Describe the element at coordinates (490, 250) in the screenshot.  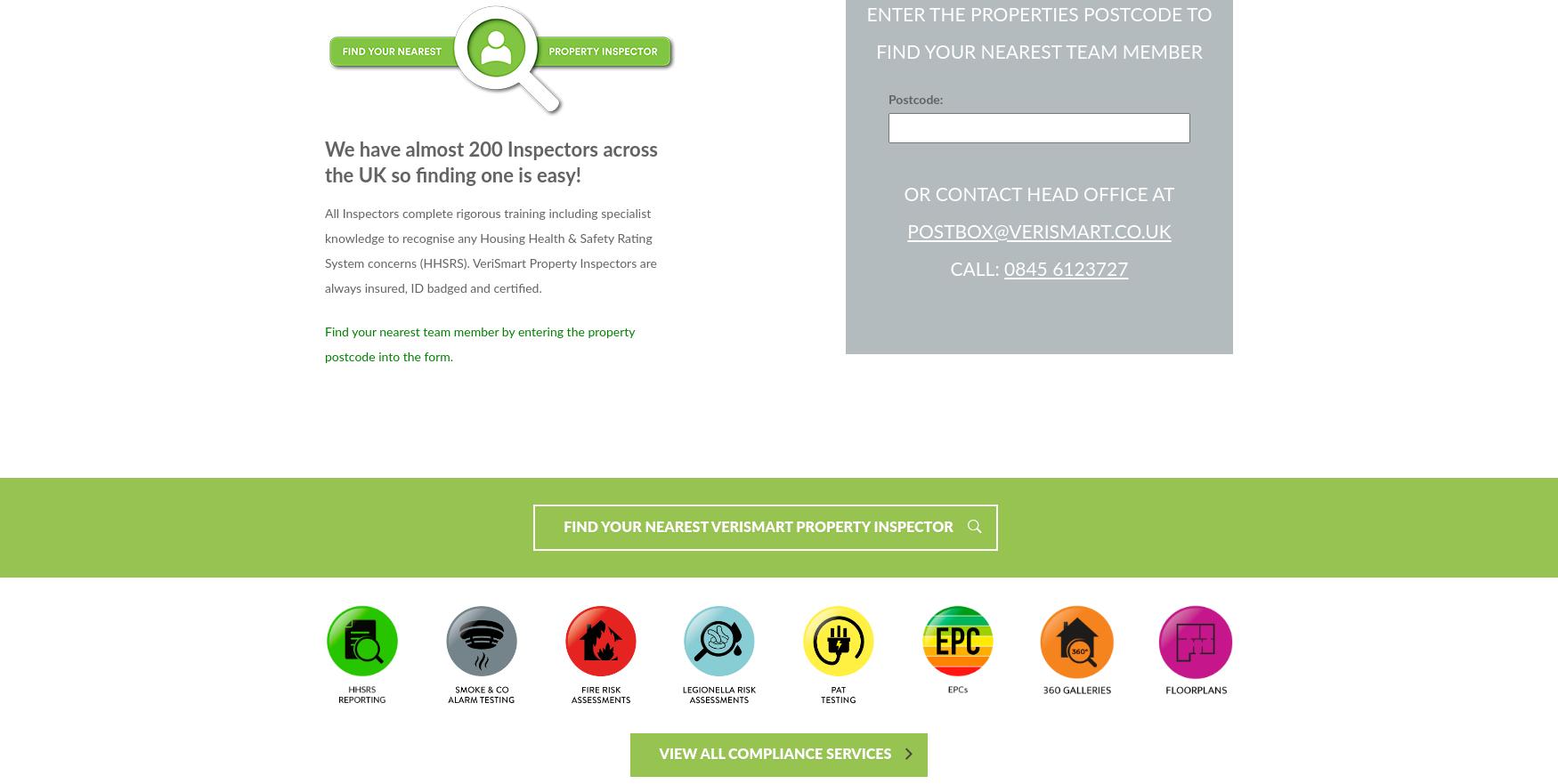
I see `'All Inspectors complete rigorous training including specialist knowledge to recognise any Housing Health & Safety Rating System concerns (HHSRS). VeriSmart Property Inspectors are always insured, ID badged and certified.'` at that location.